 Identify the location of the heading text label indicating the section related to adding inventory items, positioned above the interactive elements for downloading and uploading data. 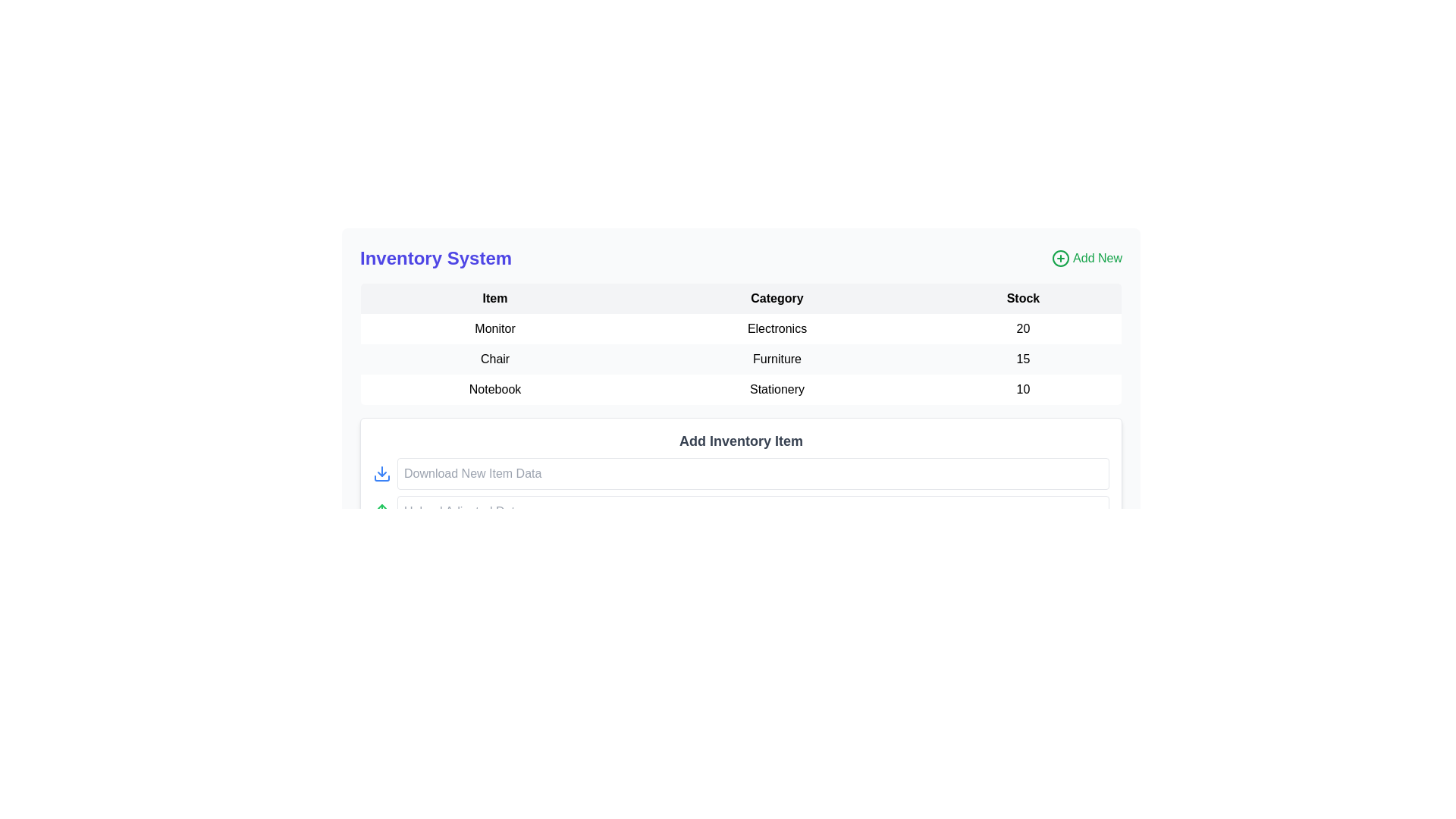
(741, 441).